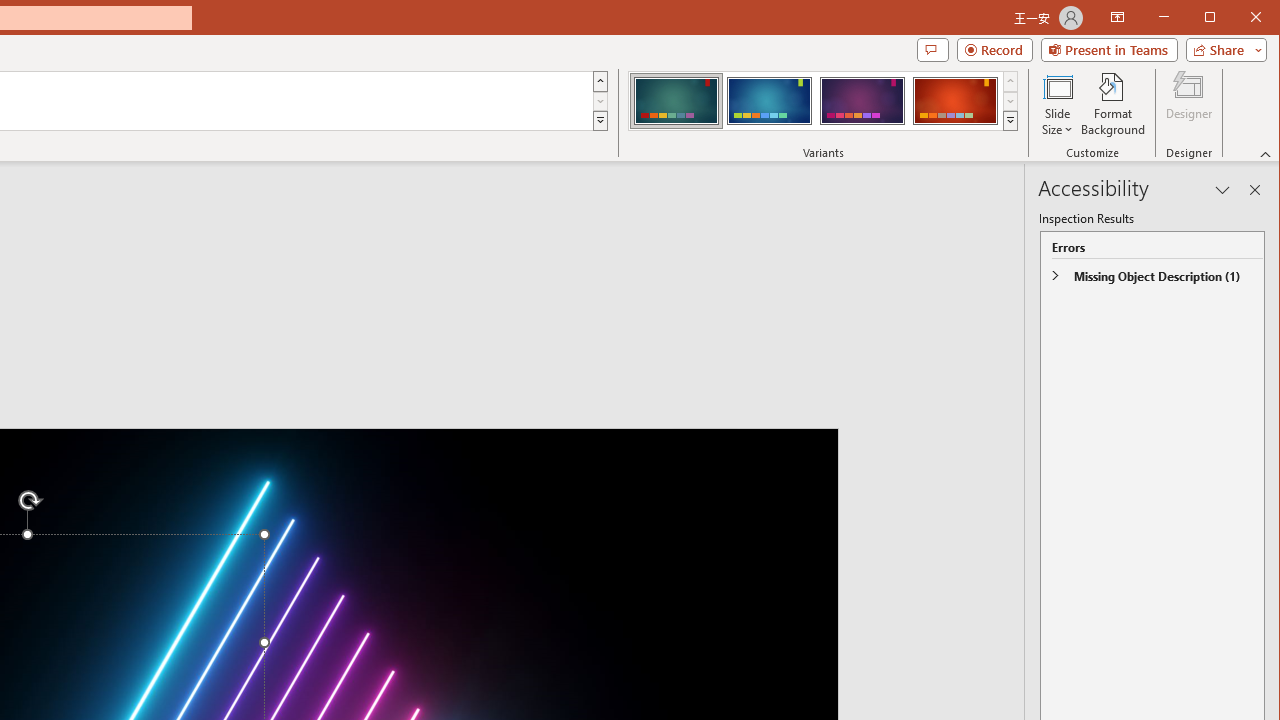  Describe the element at coordinates (676, 100) in the screenshot. I see `'Ion Variant 1'` at that location.